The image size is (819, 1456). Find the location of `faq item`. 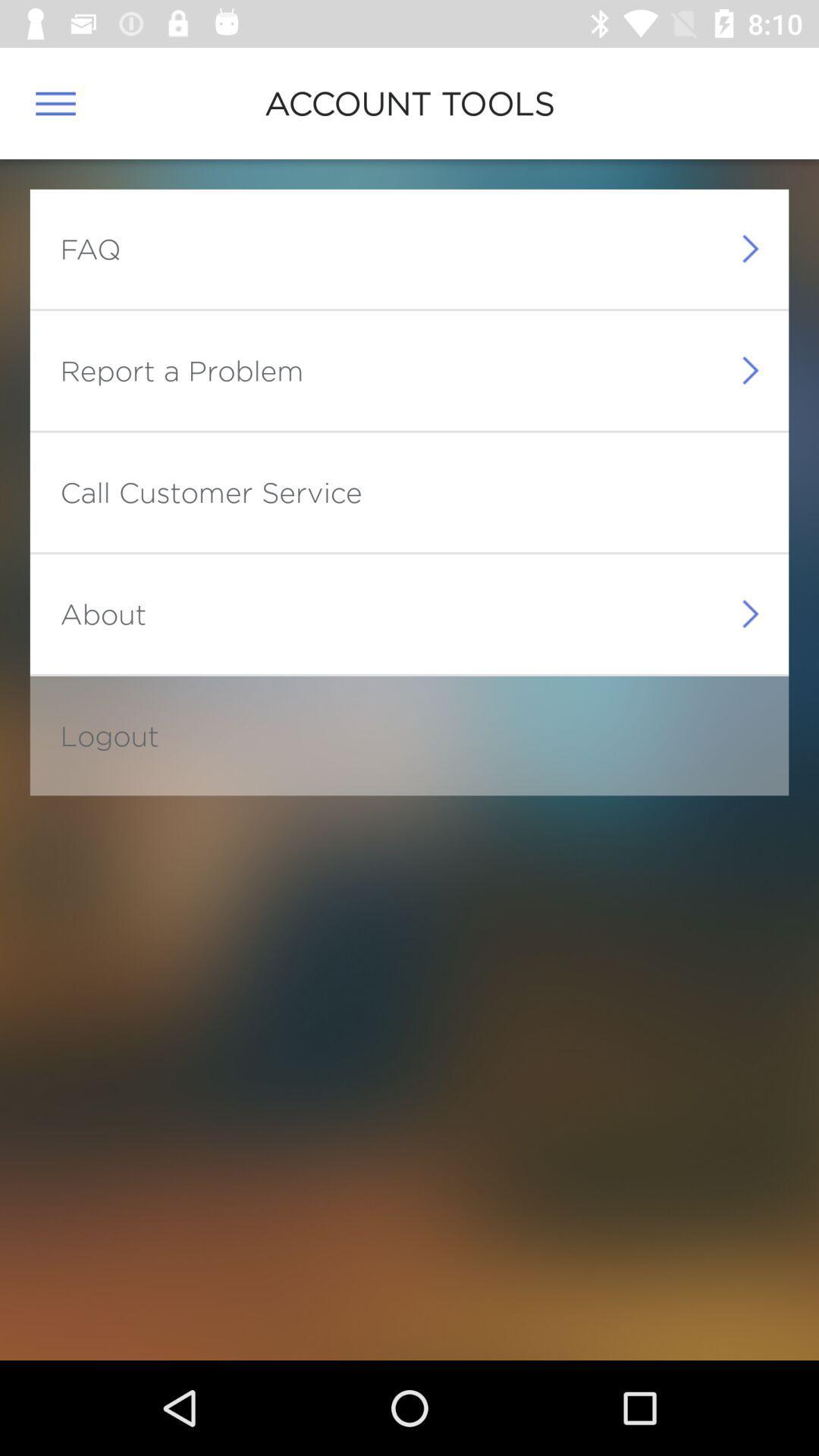

faq item is located at coordinates (90, 249).